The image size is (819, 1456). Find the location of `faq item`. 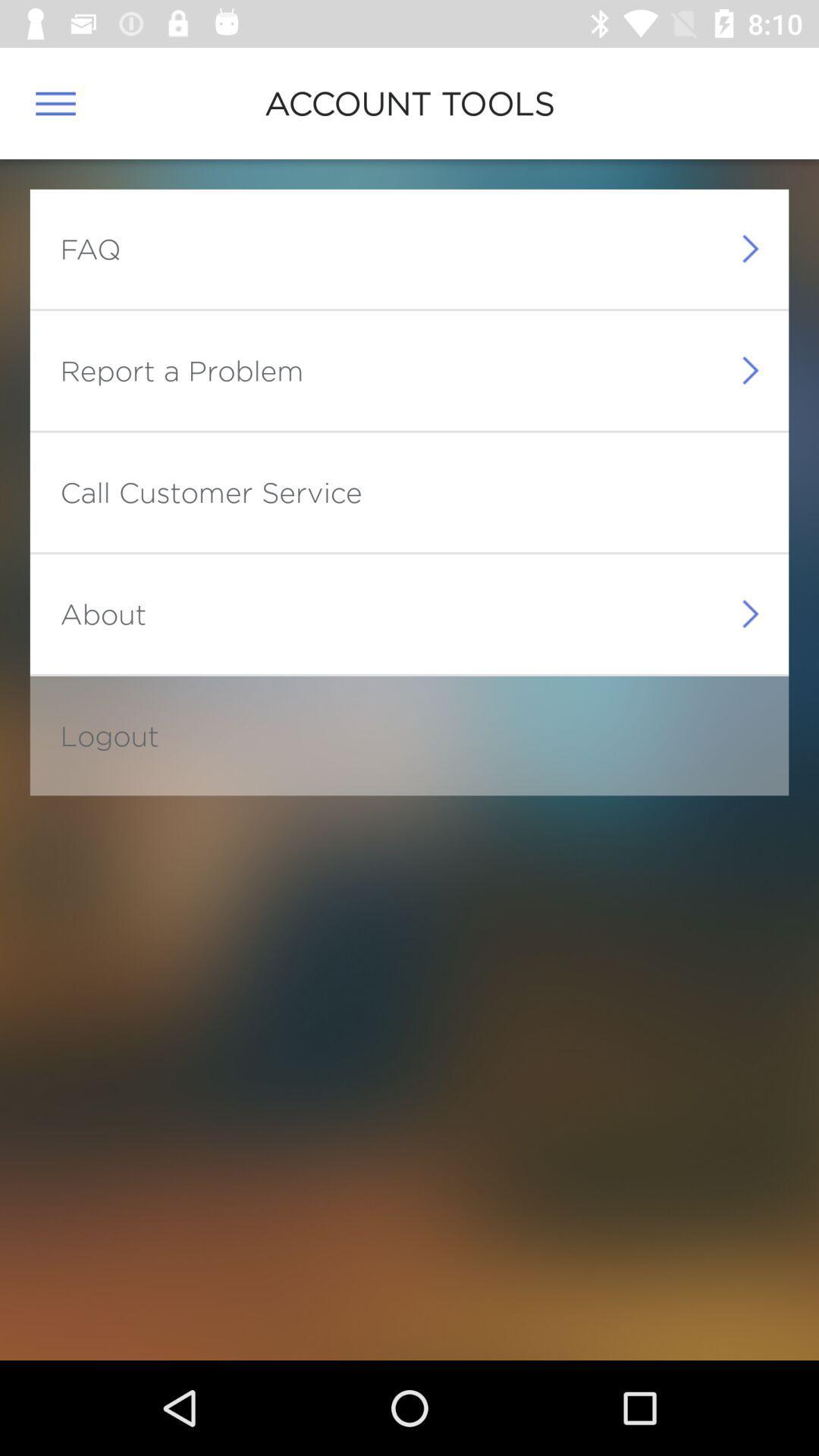

faq item is located at coordinates (90, 249).